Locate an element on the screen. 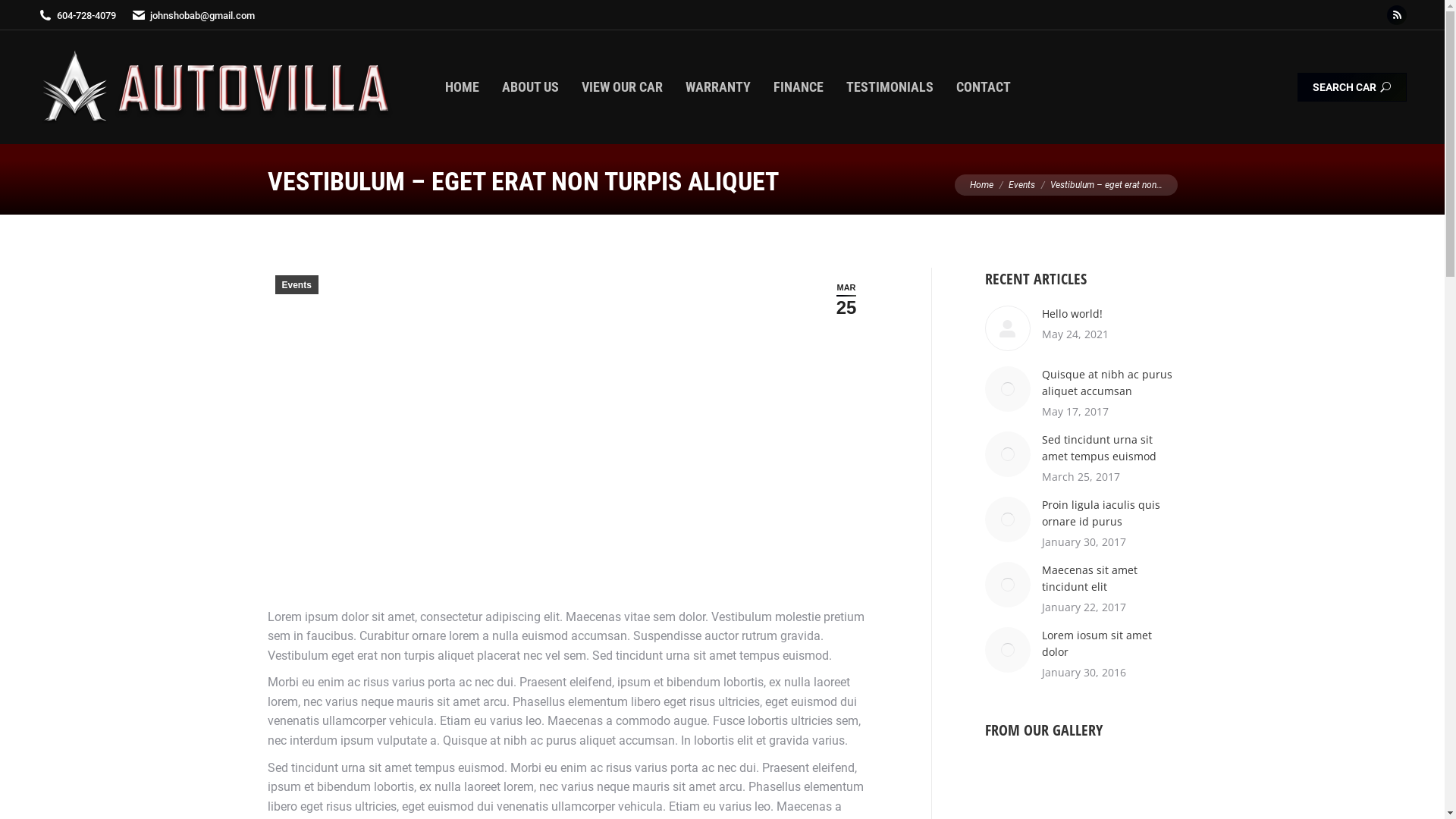  'TESTIMONIALS' is located at coordinates (890, 87).